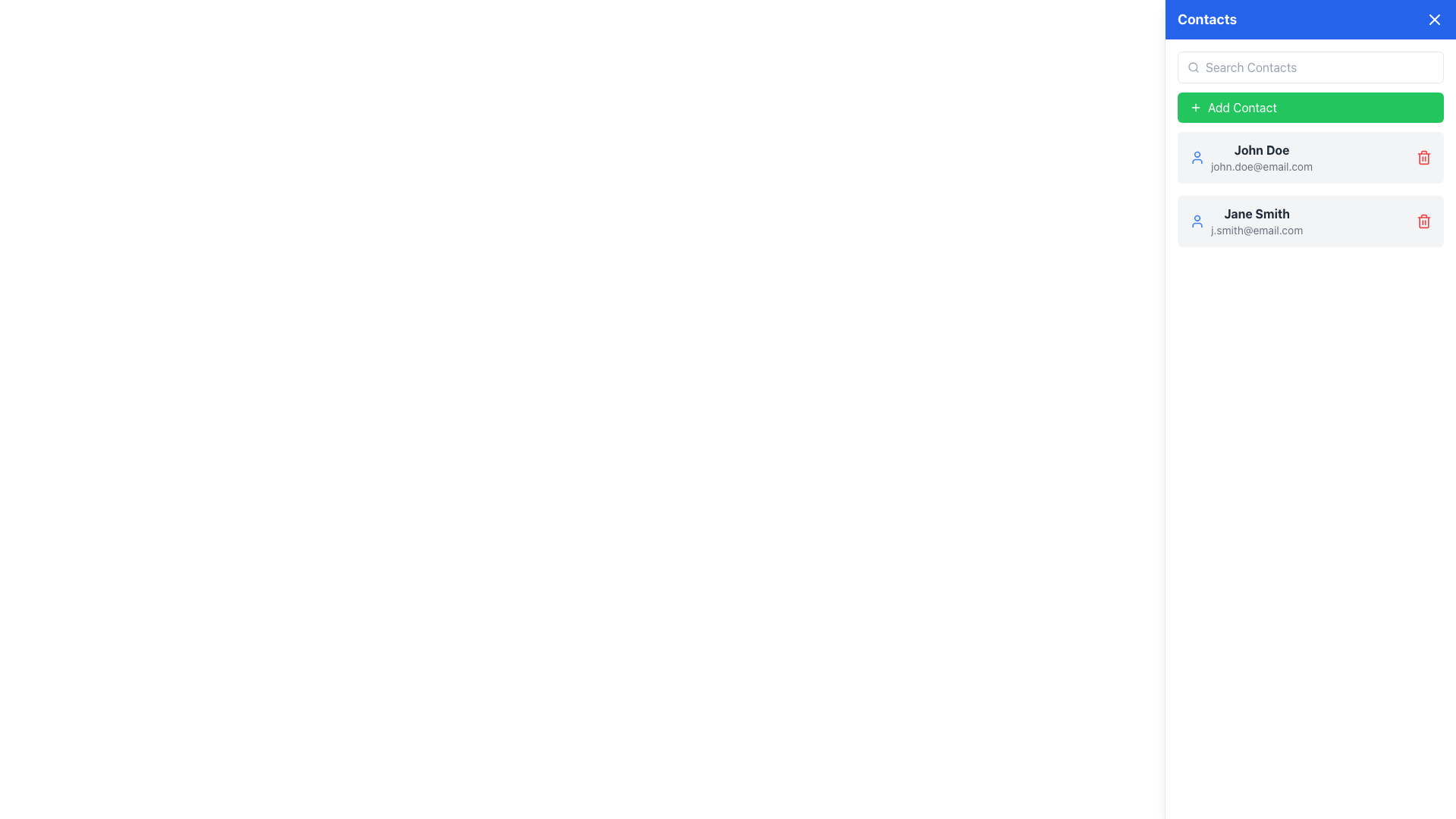  What do you see at coordinates (1310, 107) in the screenshot?
I see `the 'Add Contact' button located at the top of the layout, positioned above the contact cards for 'John Doe' and 'Jane Smith', to initiate adding a new contact` at bounding box center [1310, 107].